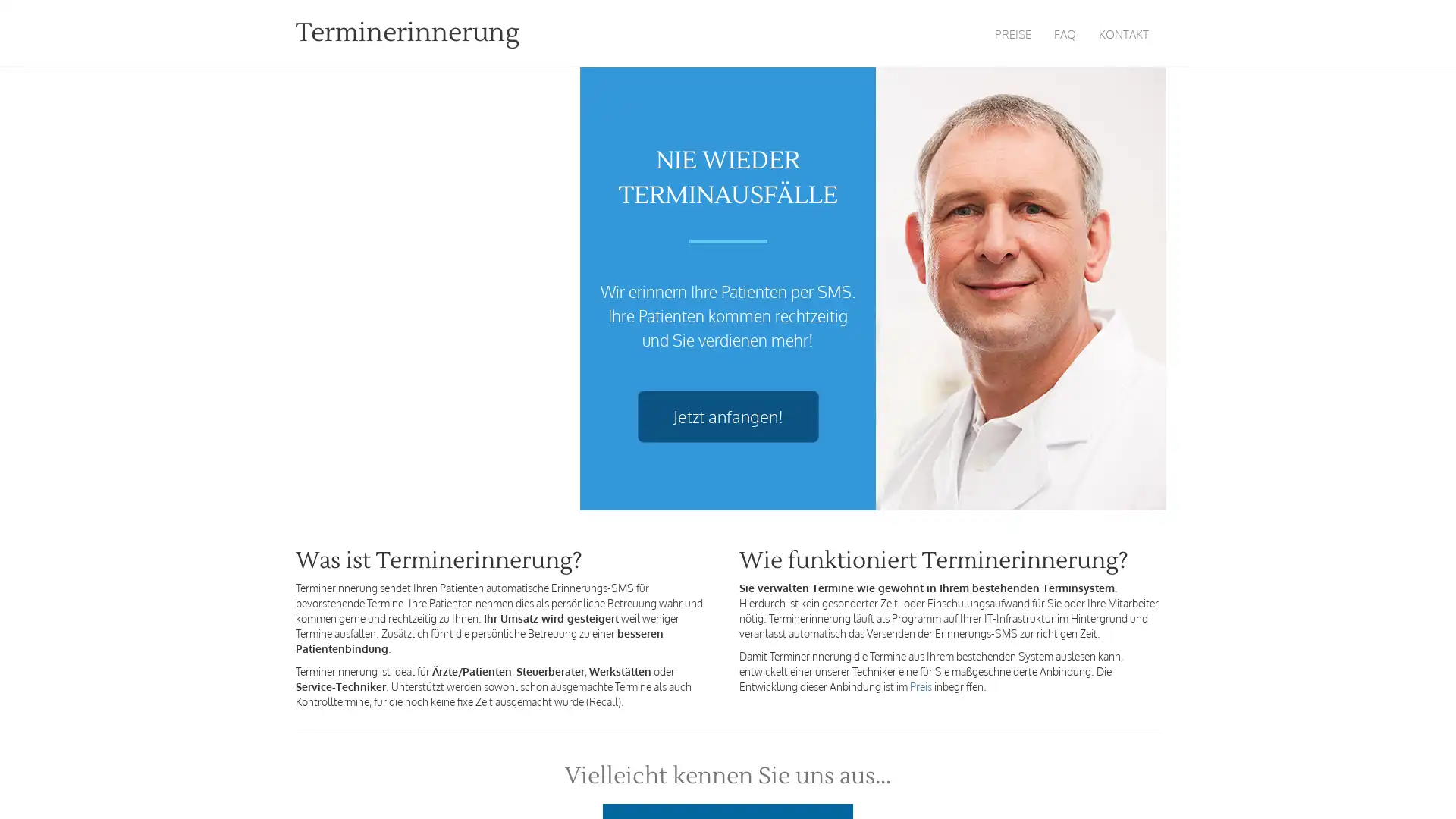 Image resolution: width=1456 pixels, height=819 pixels. What do you see at coordinates (726, 416) in the screenshot?
I see `Jetzt anfangen!` at bounding box center [726, 416].